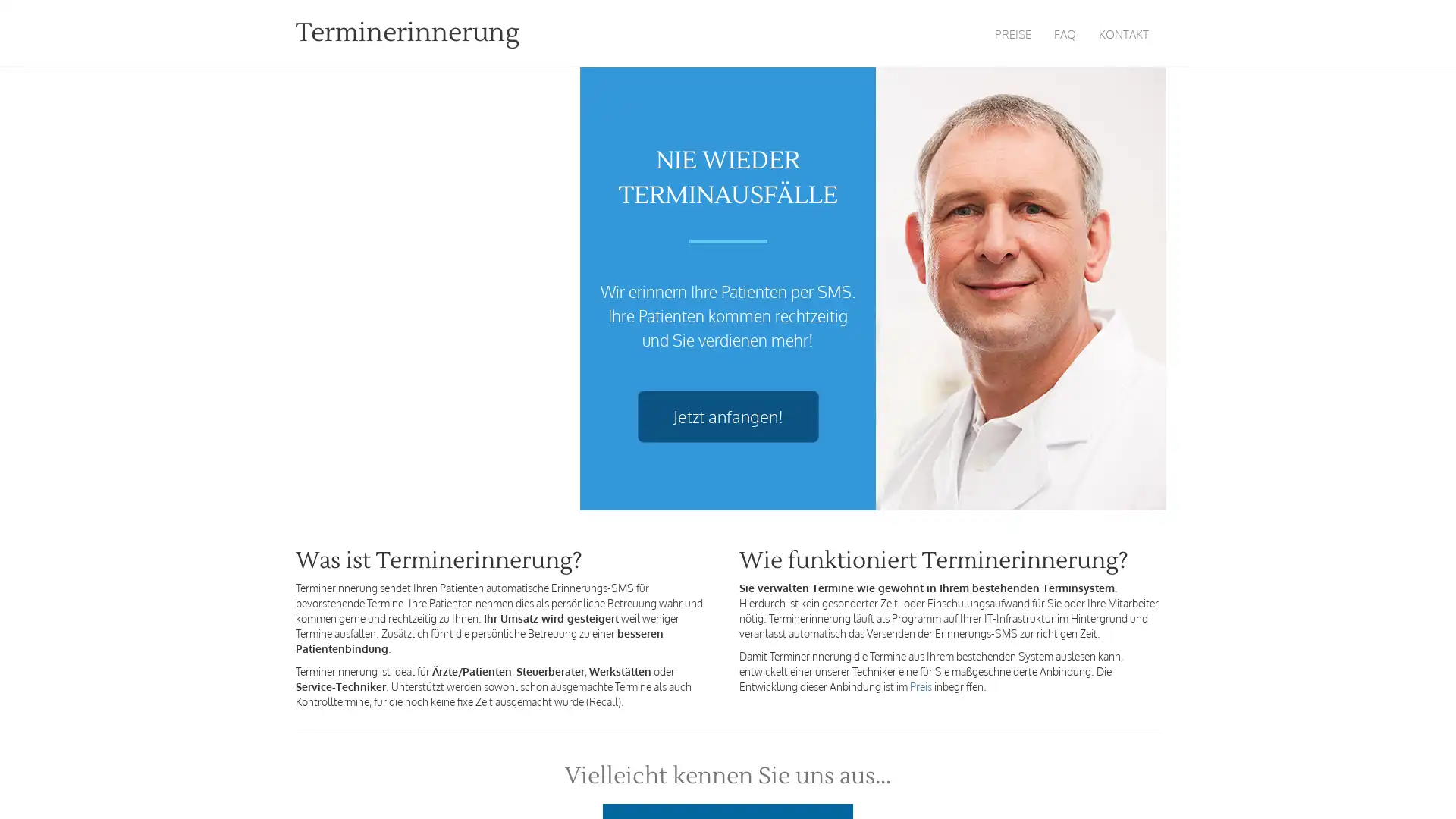 Image resolution: width=1456 pixels, height=819 pixels. What do you see at coordinates (726, 416) in the screenshot?
I see `Jetzt anfangen!` at bounding box center [726, 416].